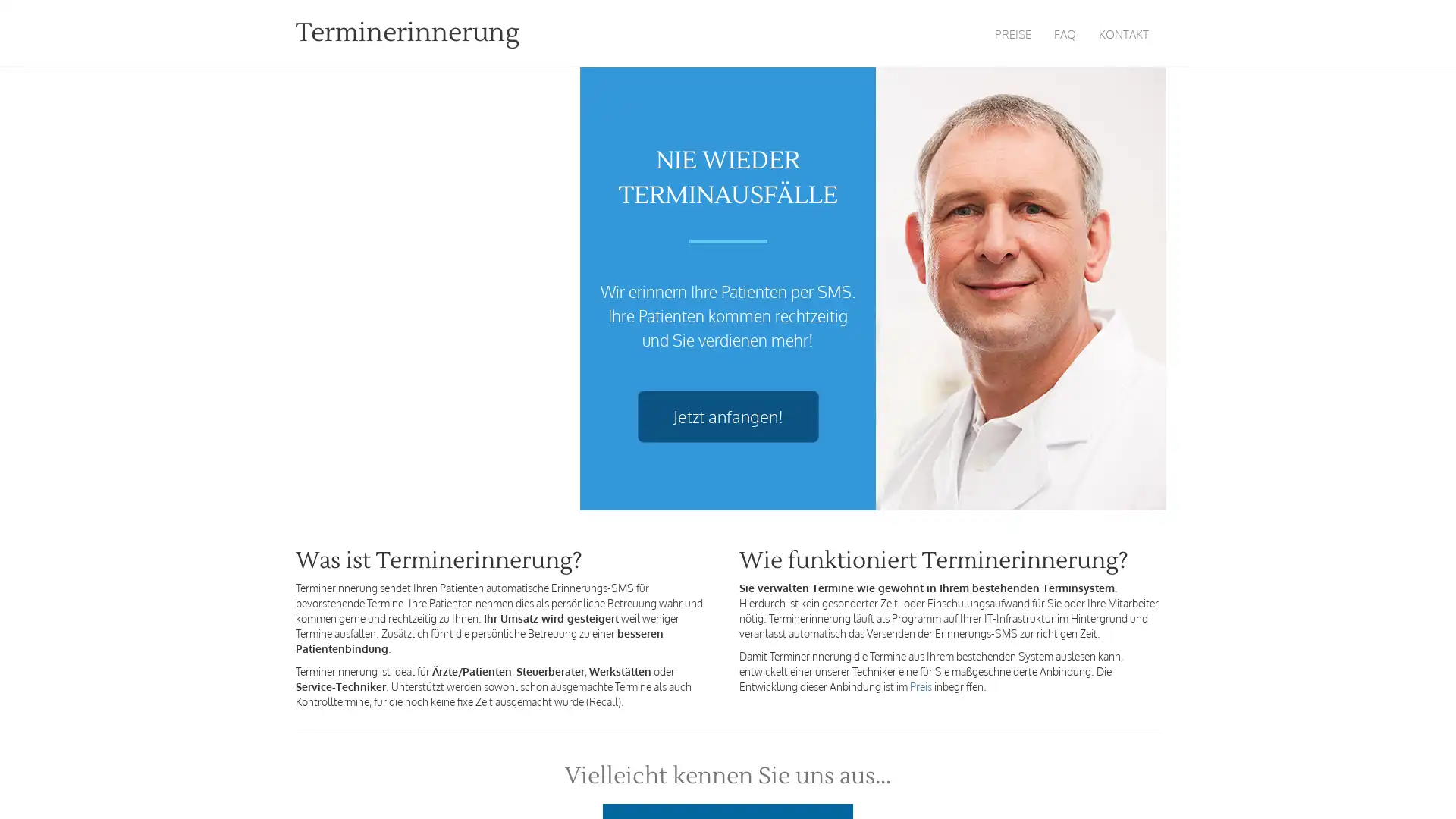 Image resolution: width=1456 pixels, height=819 pixels. What do you see at coordinates (726, 416) in the screenshot?
I see `Jetzt anfangen!` at bounding box center [726, 416].